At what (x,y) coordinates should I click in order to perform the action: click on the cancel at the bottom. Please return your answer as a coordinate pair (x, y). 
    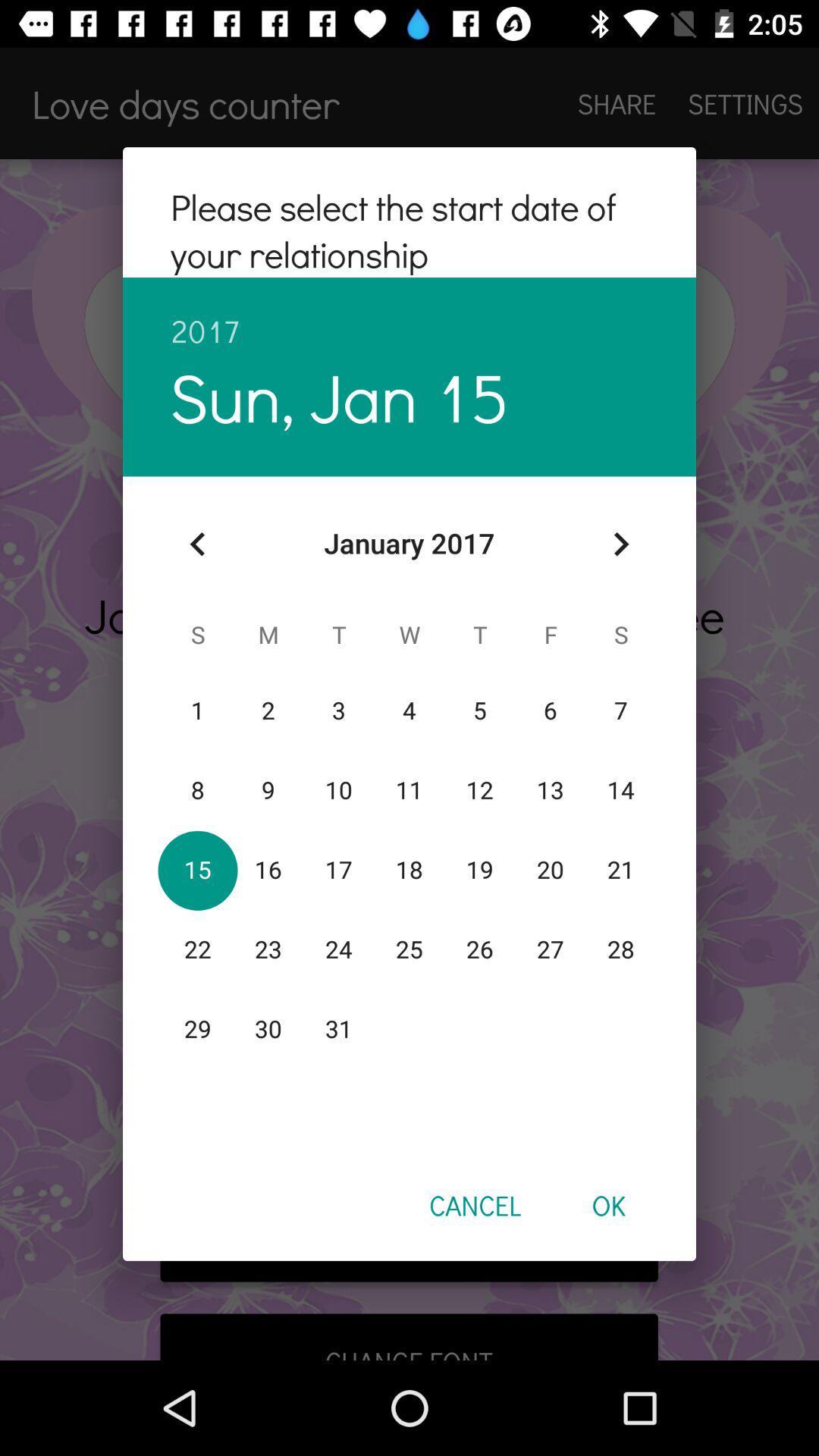
    Looking at the image, I should click on (474, 1204).